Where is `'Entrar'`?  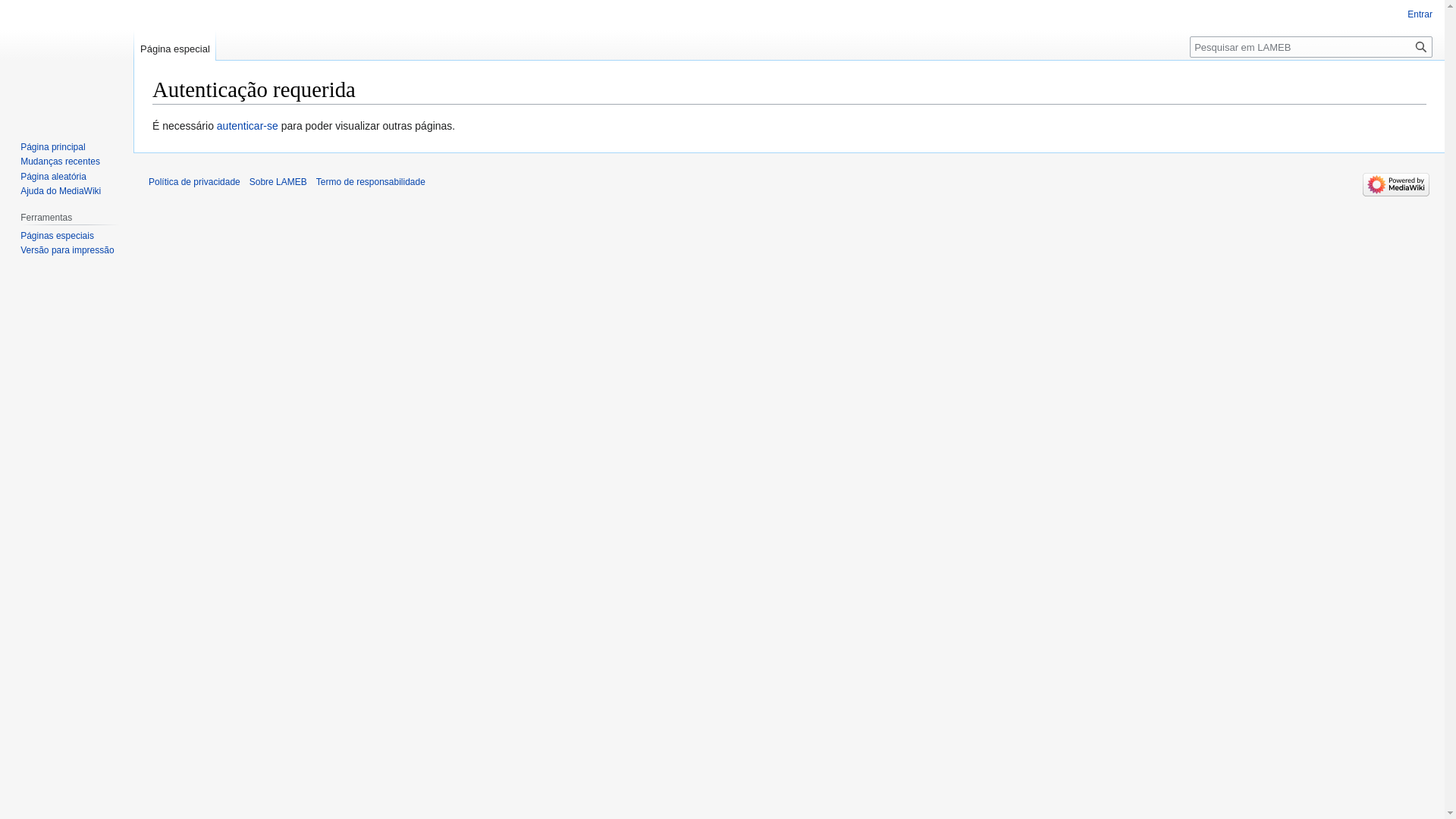 'Entrar' is located at coordinates (1419, 14).